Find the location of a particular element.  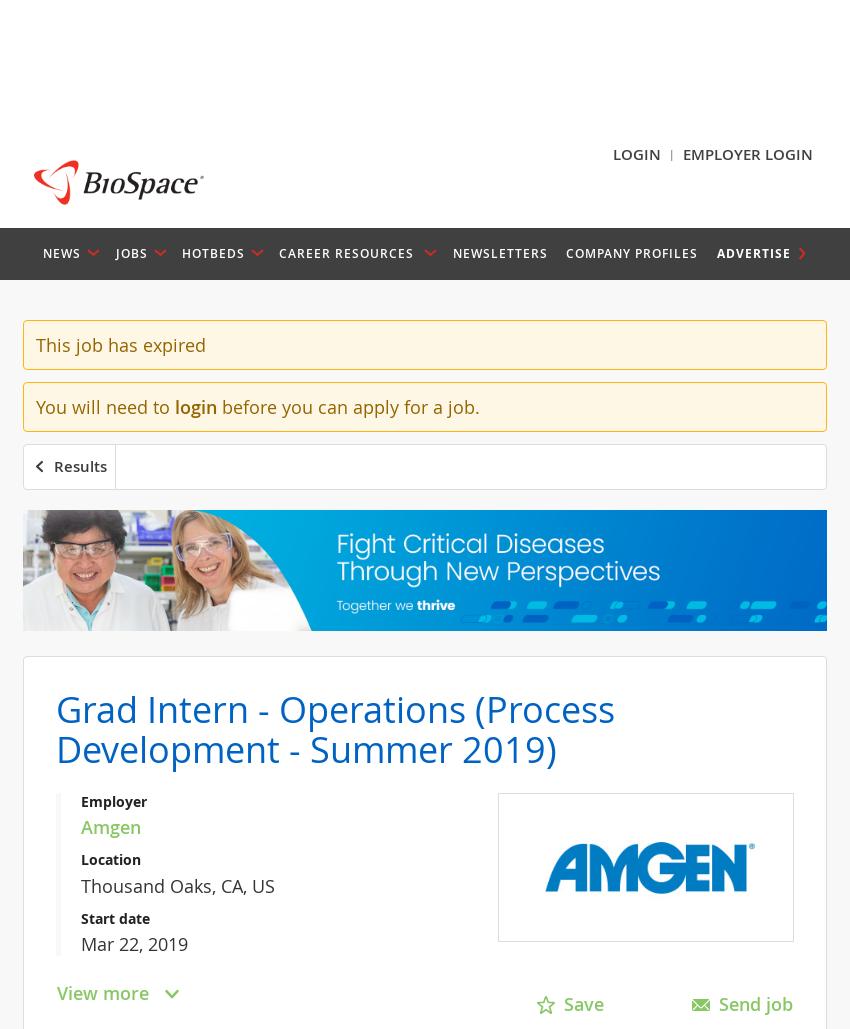

'Advertise' is located at coordinates (753, 251).